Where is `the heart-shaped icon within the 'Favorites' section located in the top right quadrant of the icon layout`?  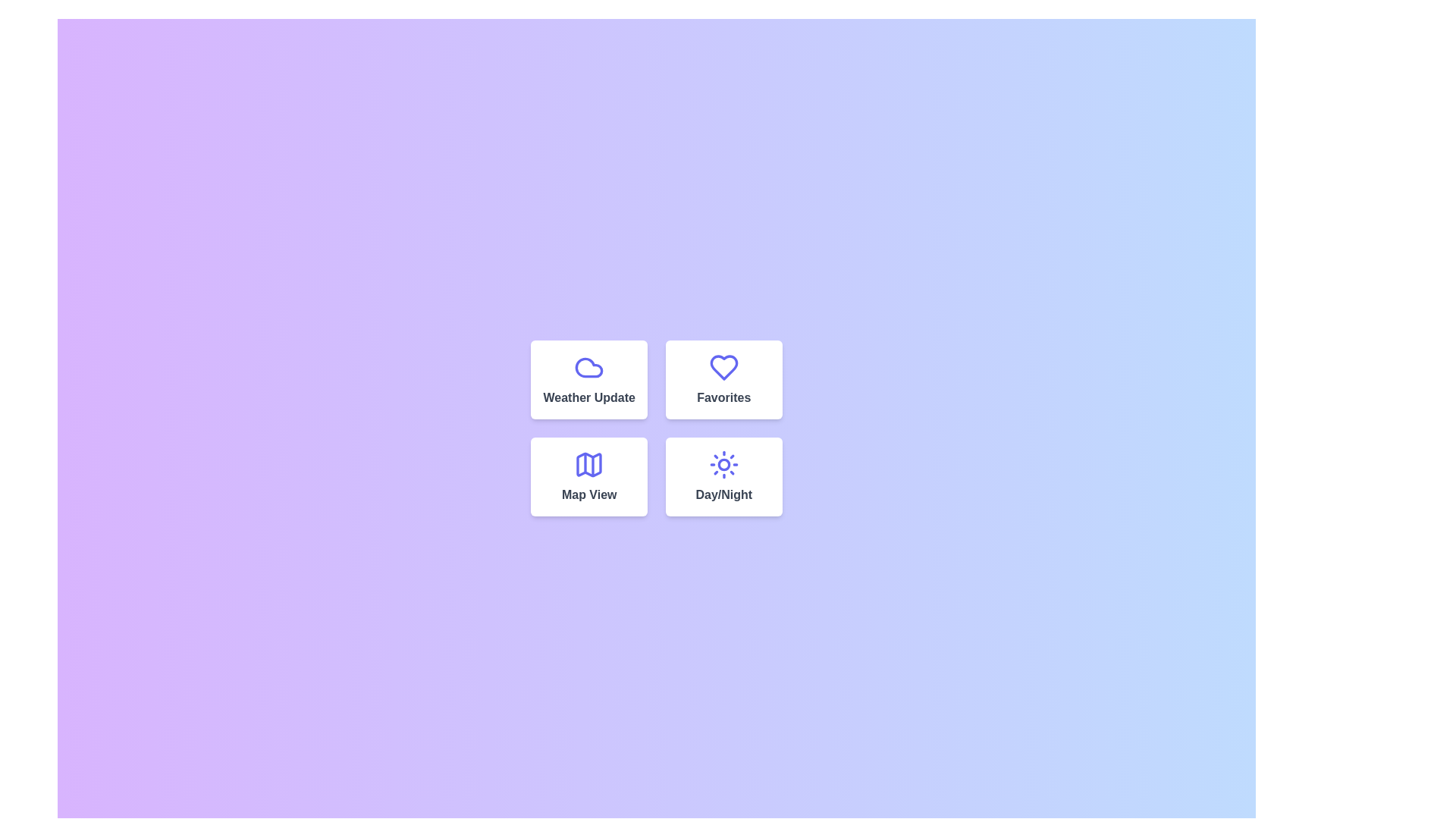 the heart-shaped icon within the 'Favorites' section located in the top right quadrant of the icon layout is located at coordinates (723, 368).